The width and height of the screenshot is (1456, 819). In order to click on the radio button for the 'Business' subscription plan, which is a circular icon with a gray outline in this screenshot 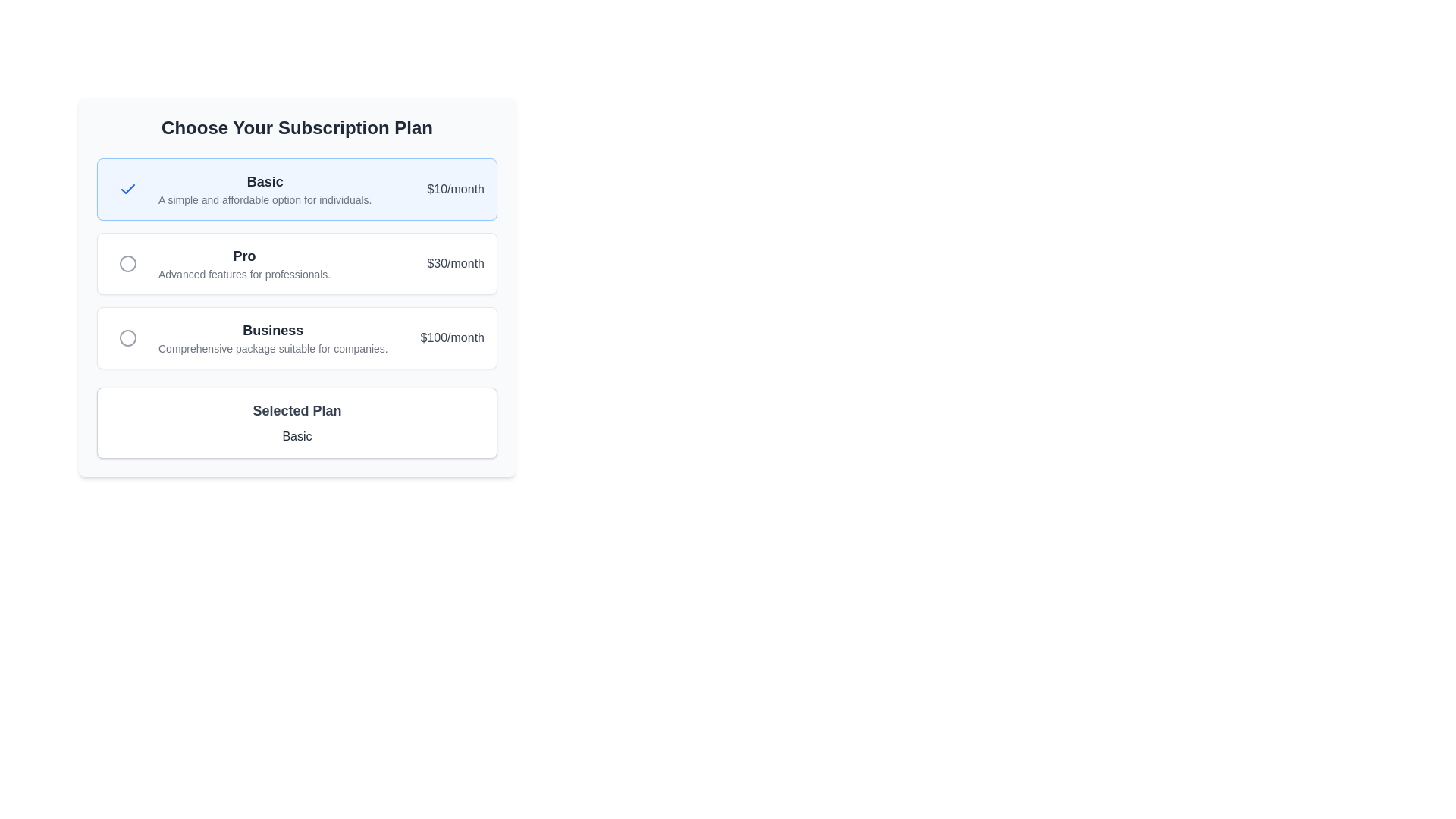, I will do `click(127, 337)`.